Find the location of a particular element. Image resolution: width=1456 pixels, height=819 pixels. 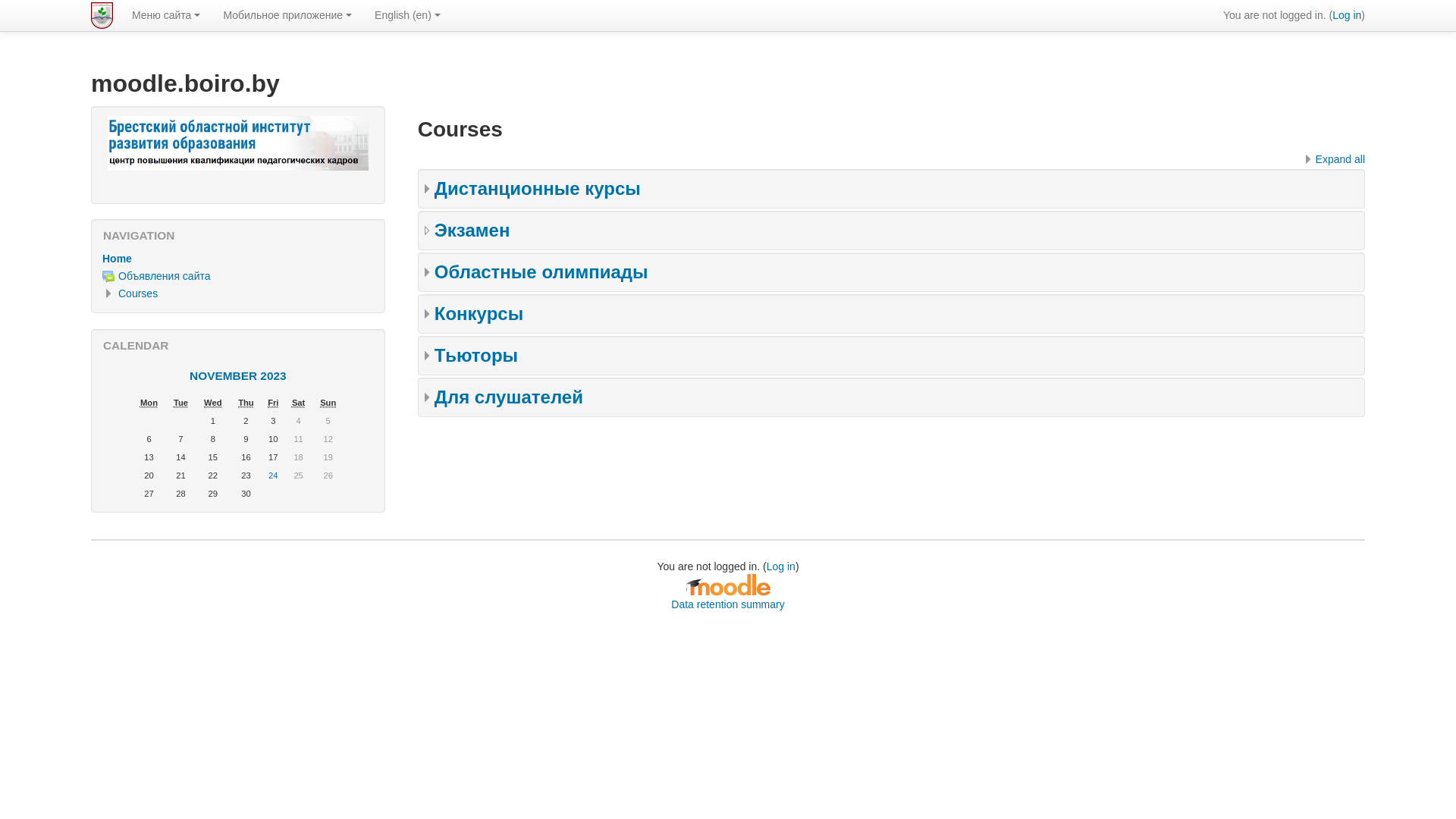

'Forum' is located at coordinates (101, 277).